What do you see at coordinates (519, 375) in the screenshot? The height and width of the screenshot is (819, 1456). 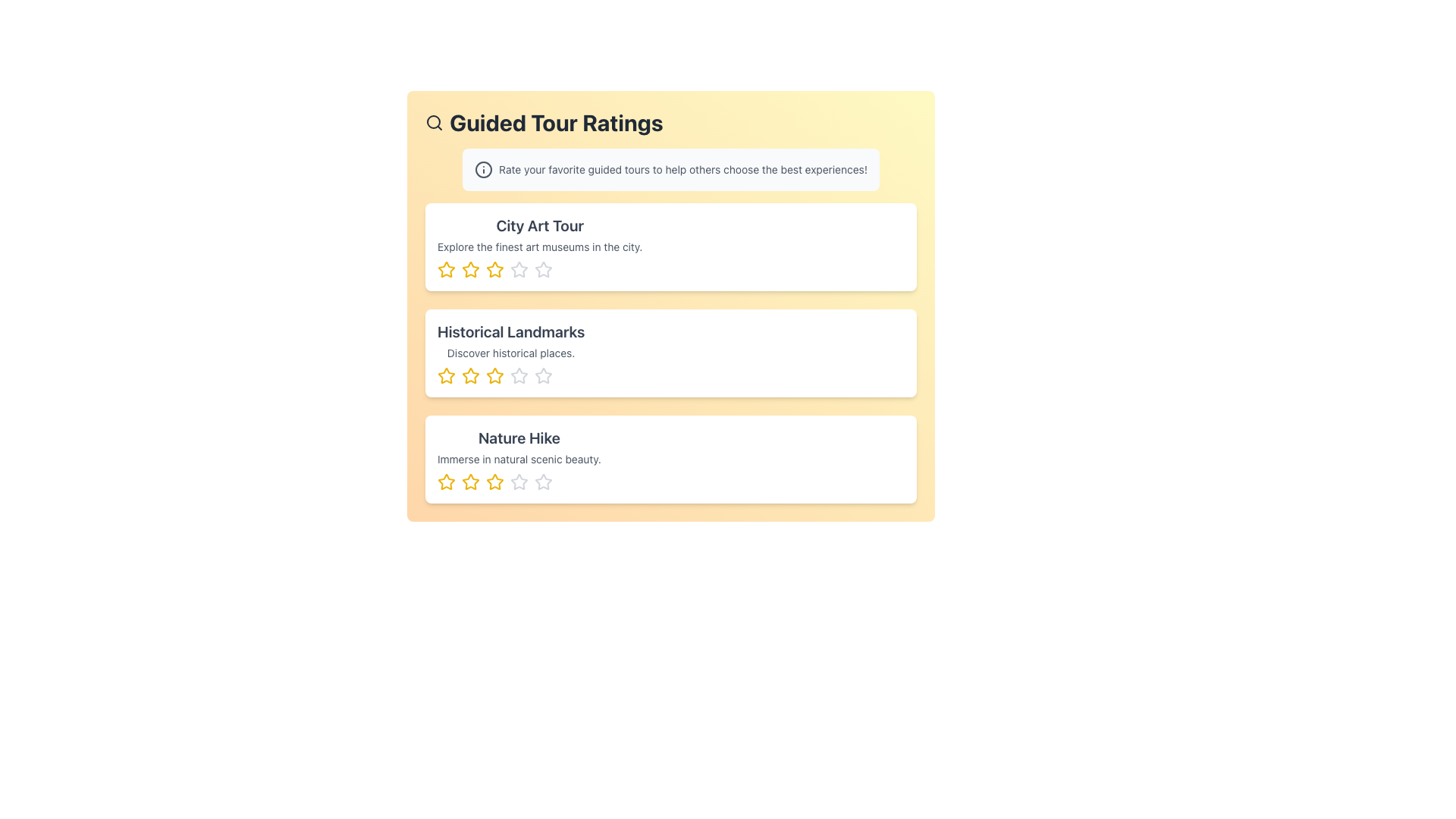 I see `the fifth rating star in the 'Historical Landmarks' section to indicate a rating` at bounding box center [519, 375].